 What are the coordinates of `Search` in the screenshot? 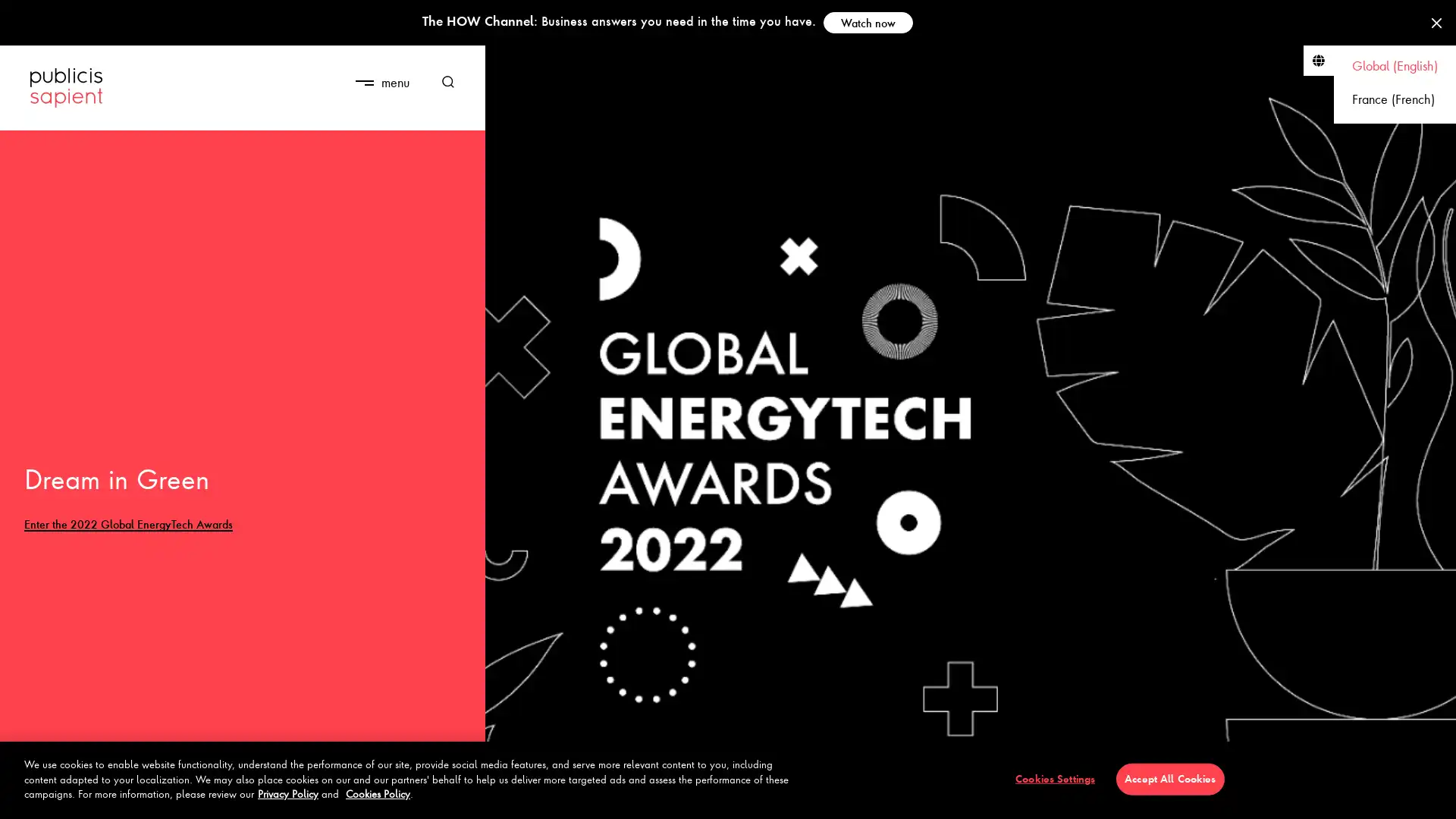 It's located at (442, 82).